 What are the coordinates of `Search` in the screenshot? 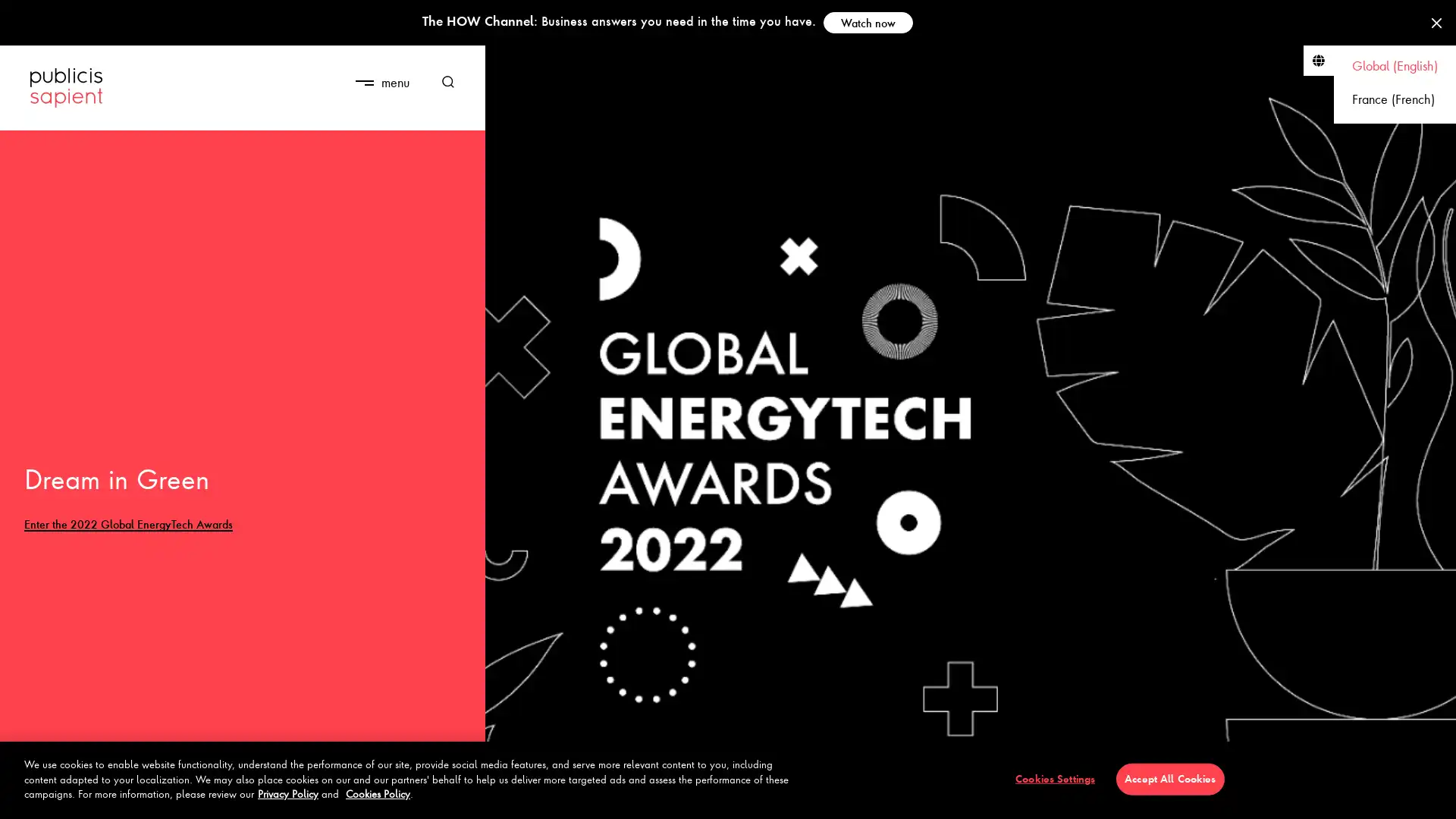 It's located at (442, 82).